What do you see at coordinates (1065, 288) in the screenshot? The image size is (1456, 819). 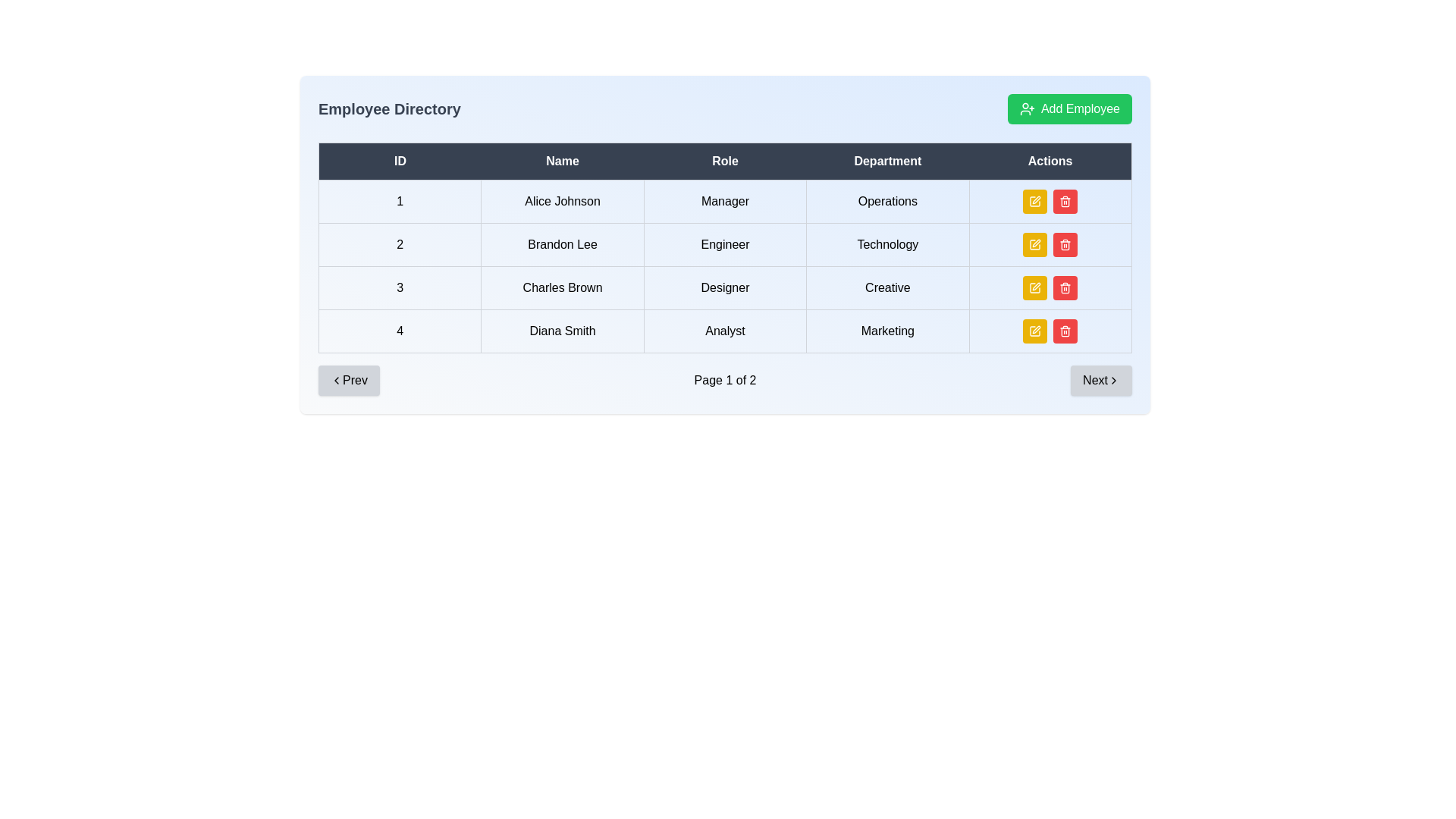 I see `the delete action icon button for 'Diana Smith' in the Employee Directory` at bounding box center [1065, 288].